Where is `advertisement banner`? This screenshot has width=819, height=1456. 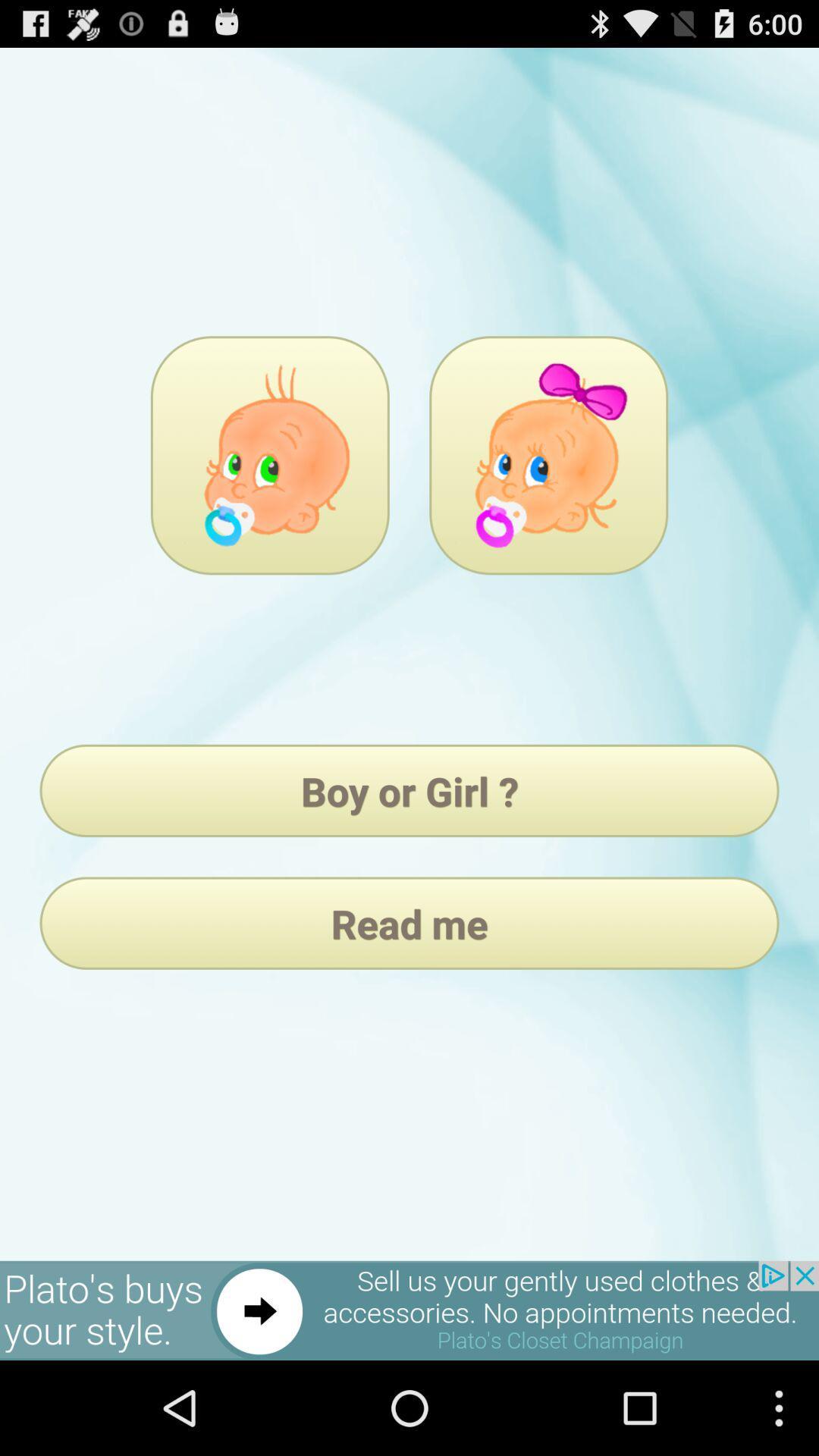 advertisement banner is located at coordinates (409, 1310).